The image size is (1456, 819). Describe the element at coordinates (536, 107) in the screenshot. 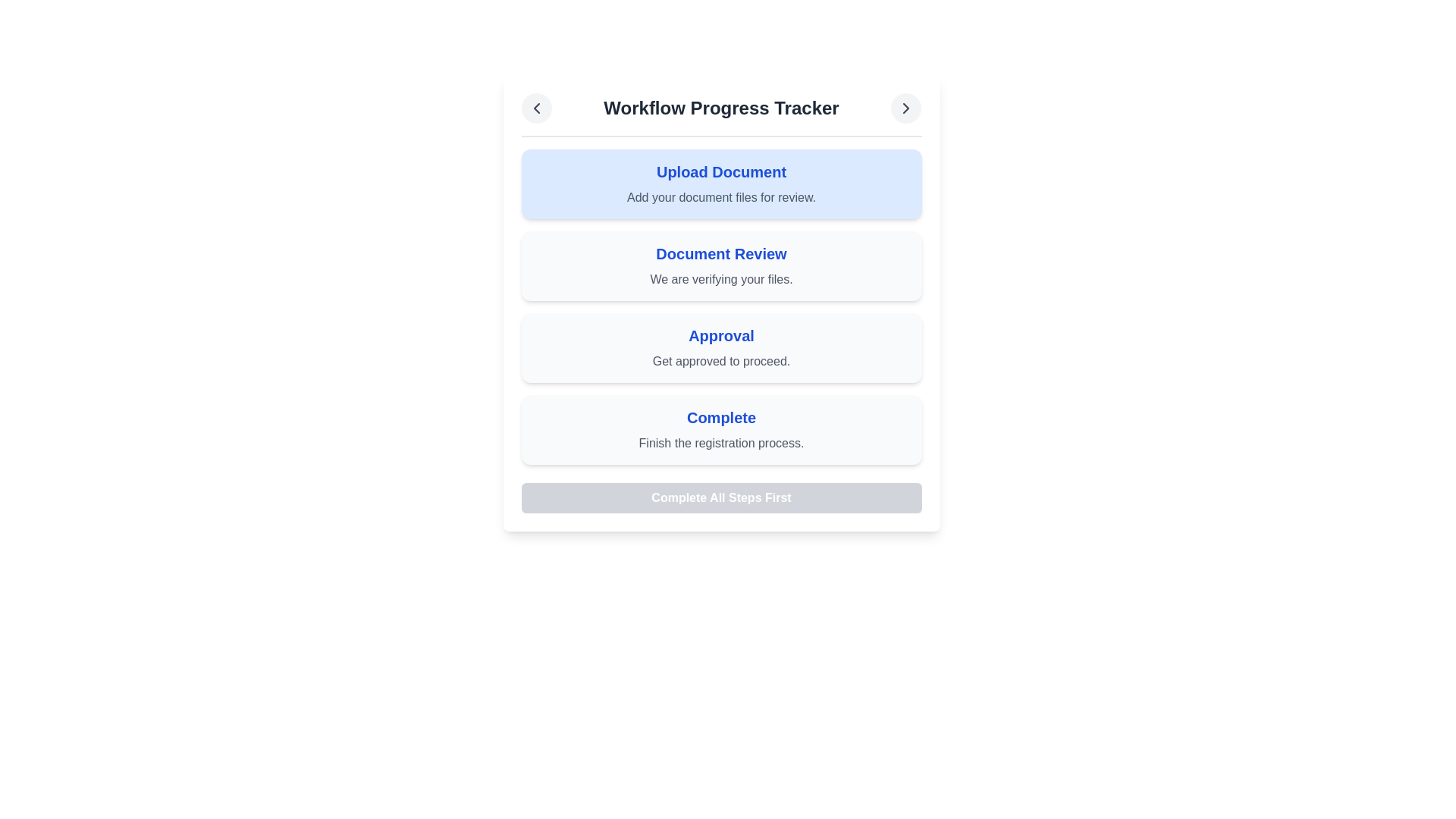

I see `the leftward-pointing chevron-shaped arrow icon located at the top-left corner of the 'Workflow Progress Tracker' section` at that location.